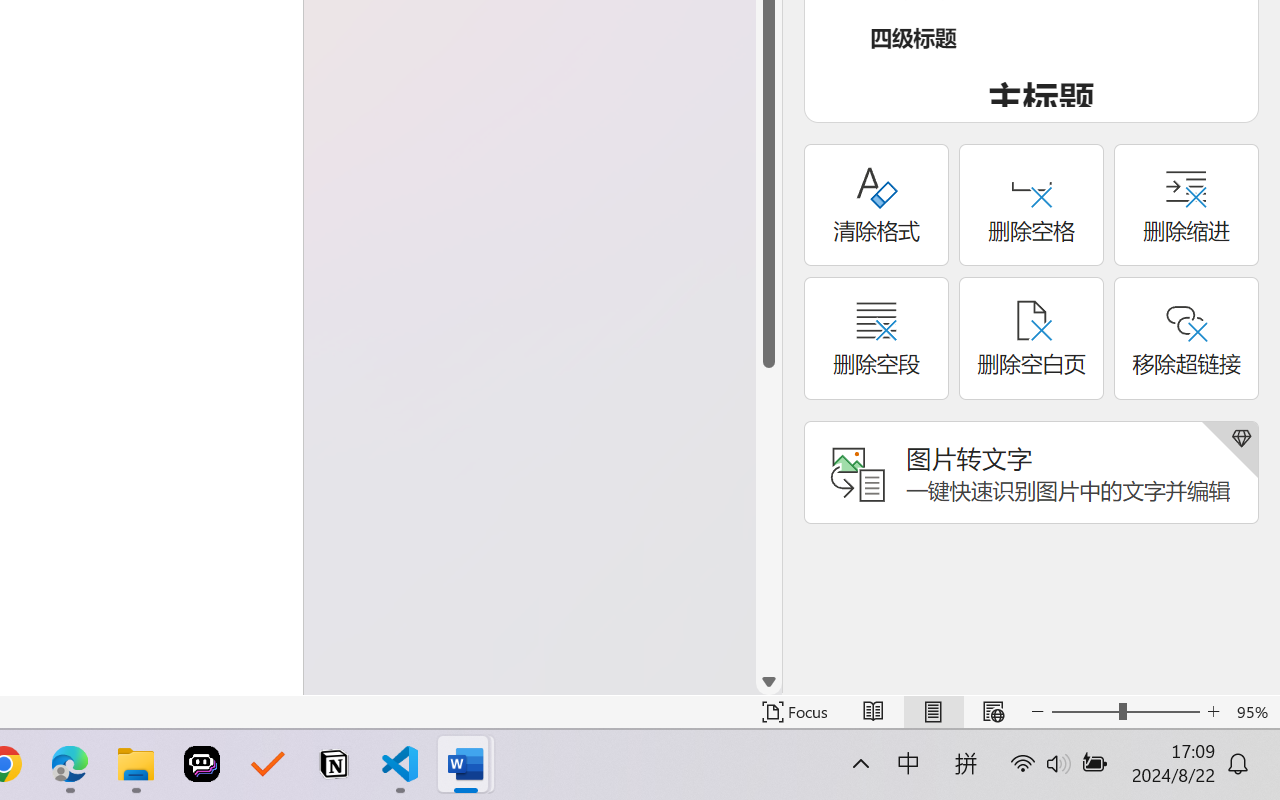 The height and width of the screenshot is (800, 1280). I want to click on 'Line down', so click(768, 682).